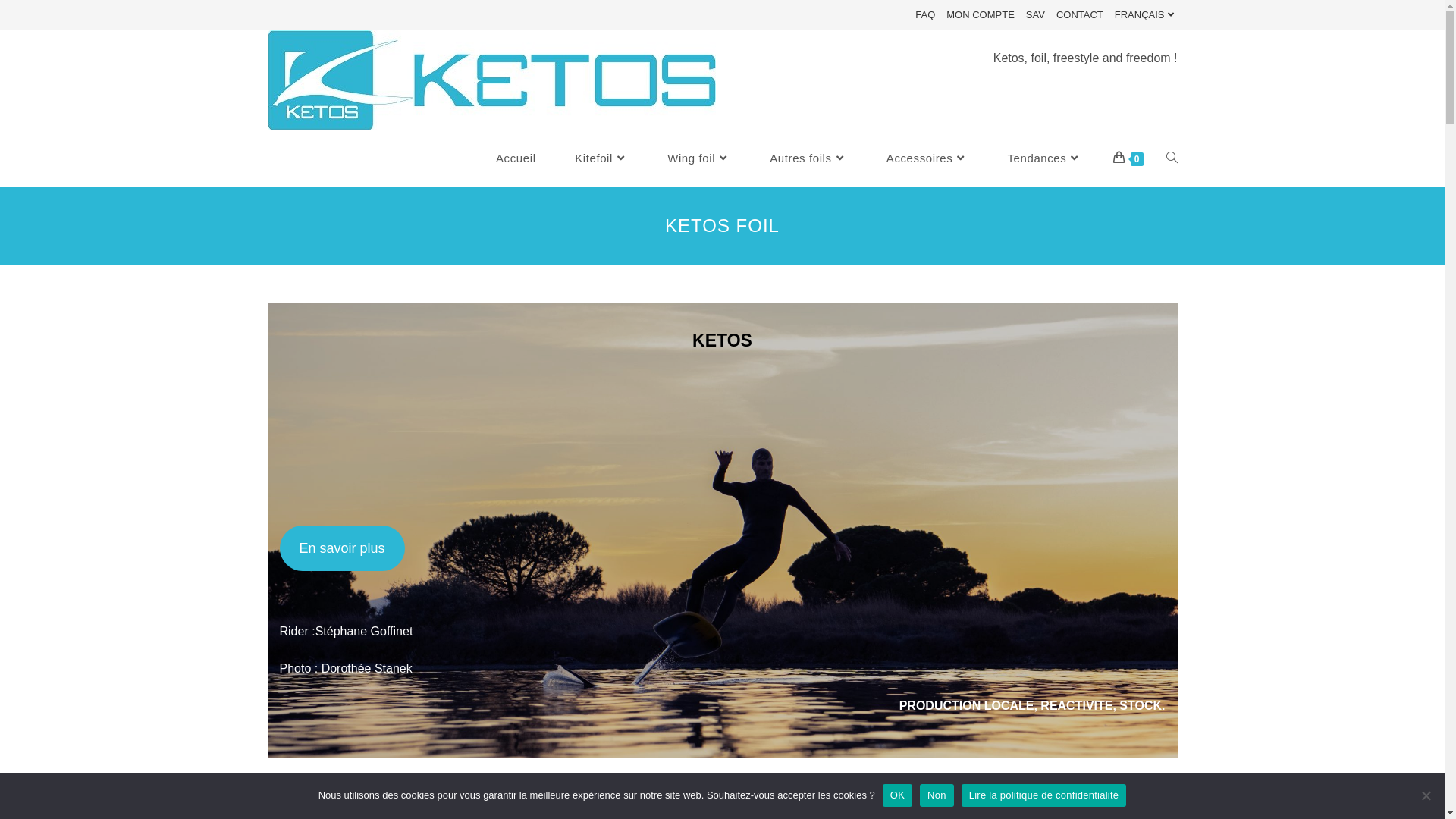 The width and height of the screenshot is (1456, 819). Describe the element at coordinates (924, 14) in the screenshot. I see `'FAQ'` at that location.